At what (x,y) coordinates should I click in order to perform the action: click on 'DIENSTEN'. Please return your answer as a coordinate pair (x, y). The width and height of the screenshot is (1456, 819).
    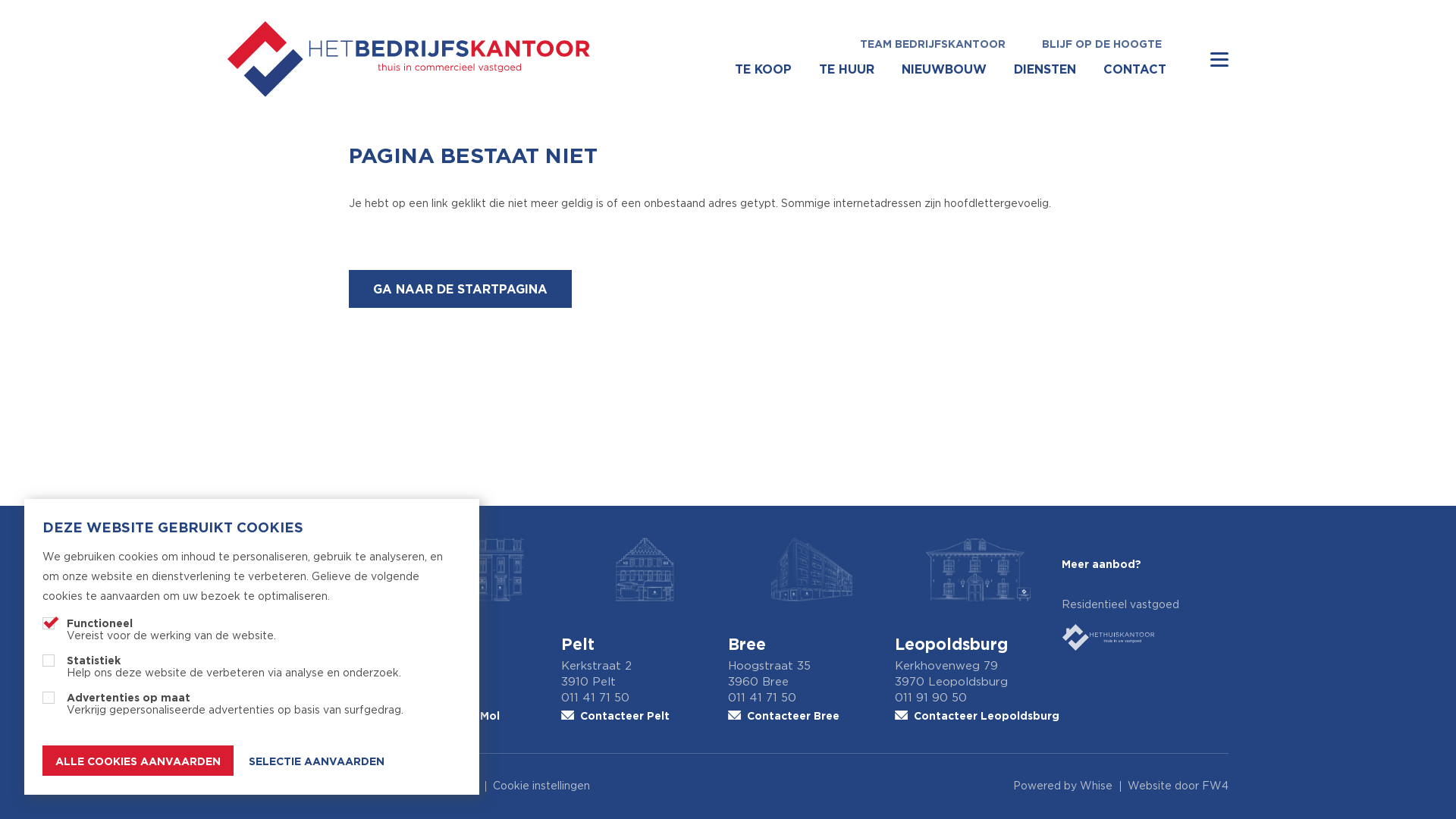
    Looking at the image, I should click on (1043, 69).